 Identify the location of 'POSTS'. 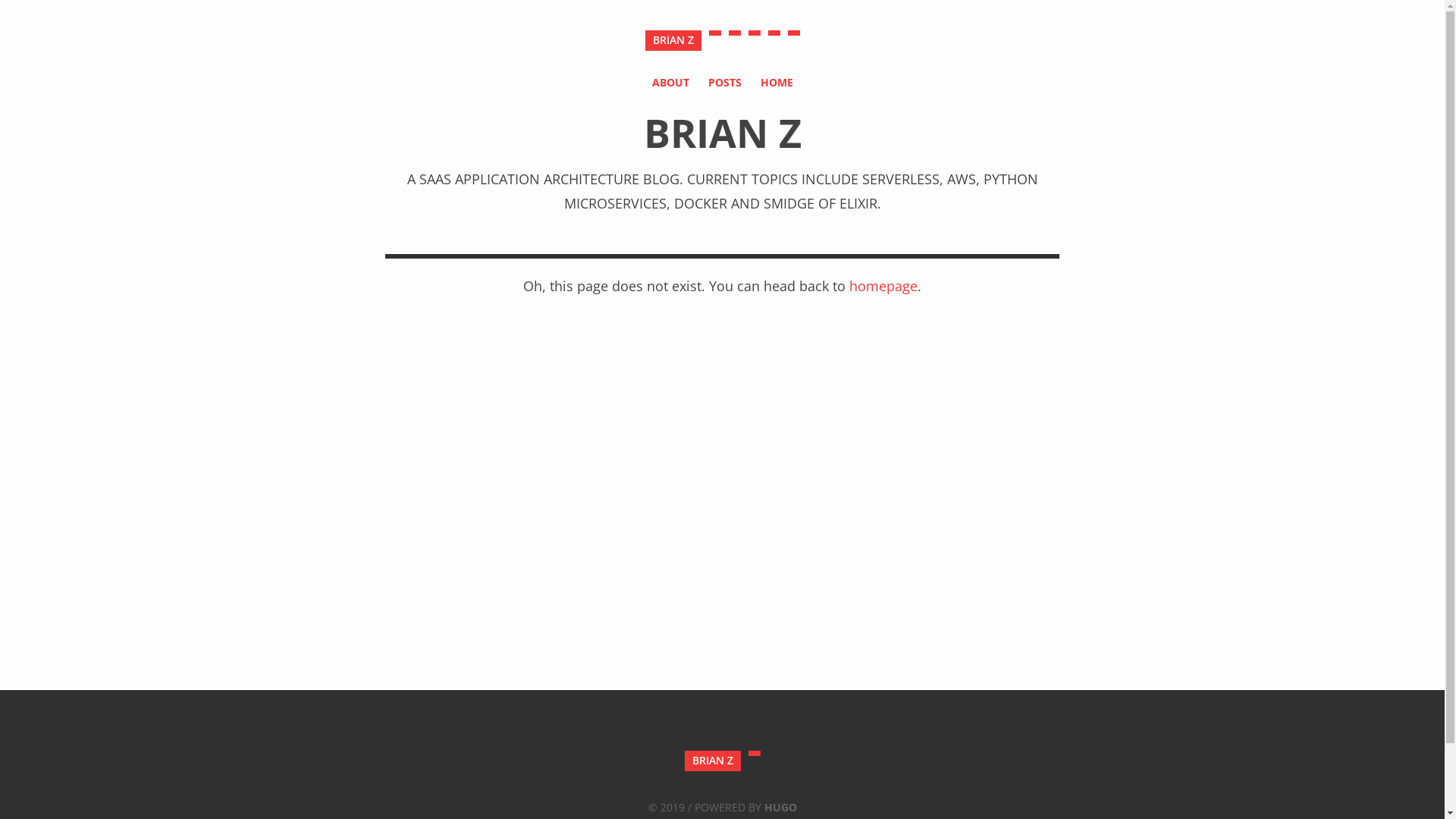
(708, 82).